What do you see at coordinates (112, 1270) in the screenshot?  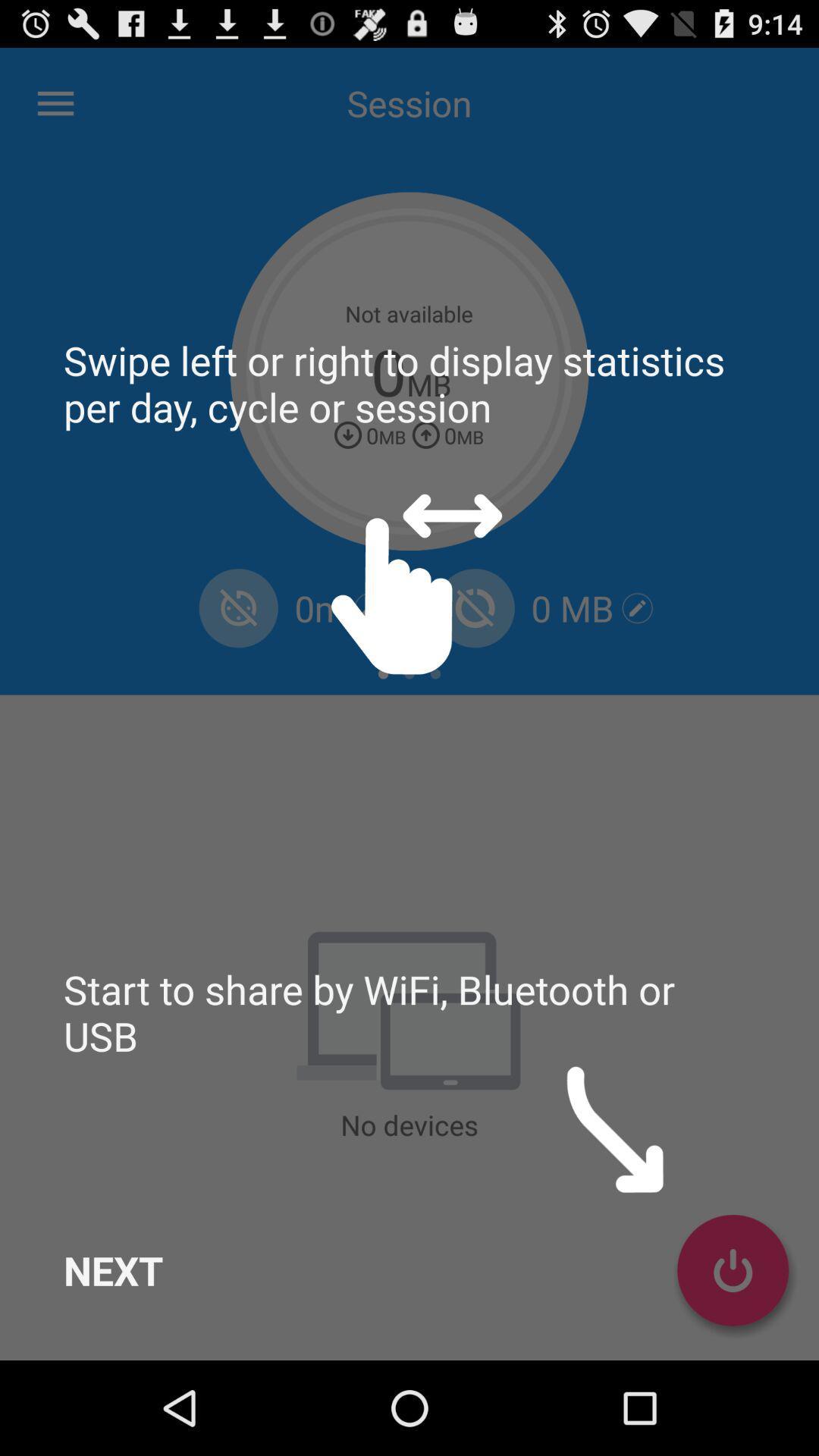 I see `the next at the bottom left corner` at bounding box center [112, 1270].